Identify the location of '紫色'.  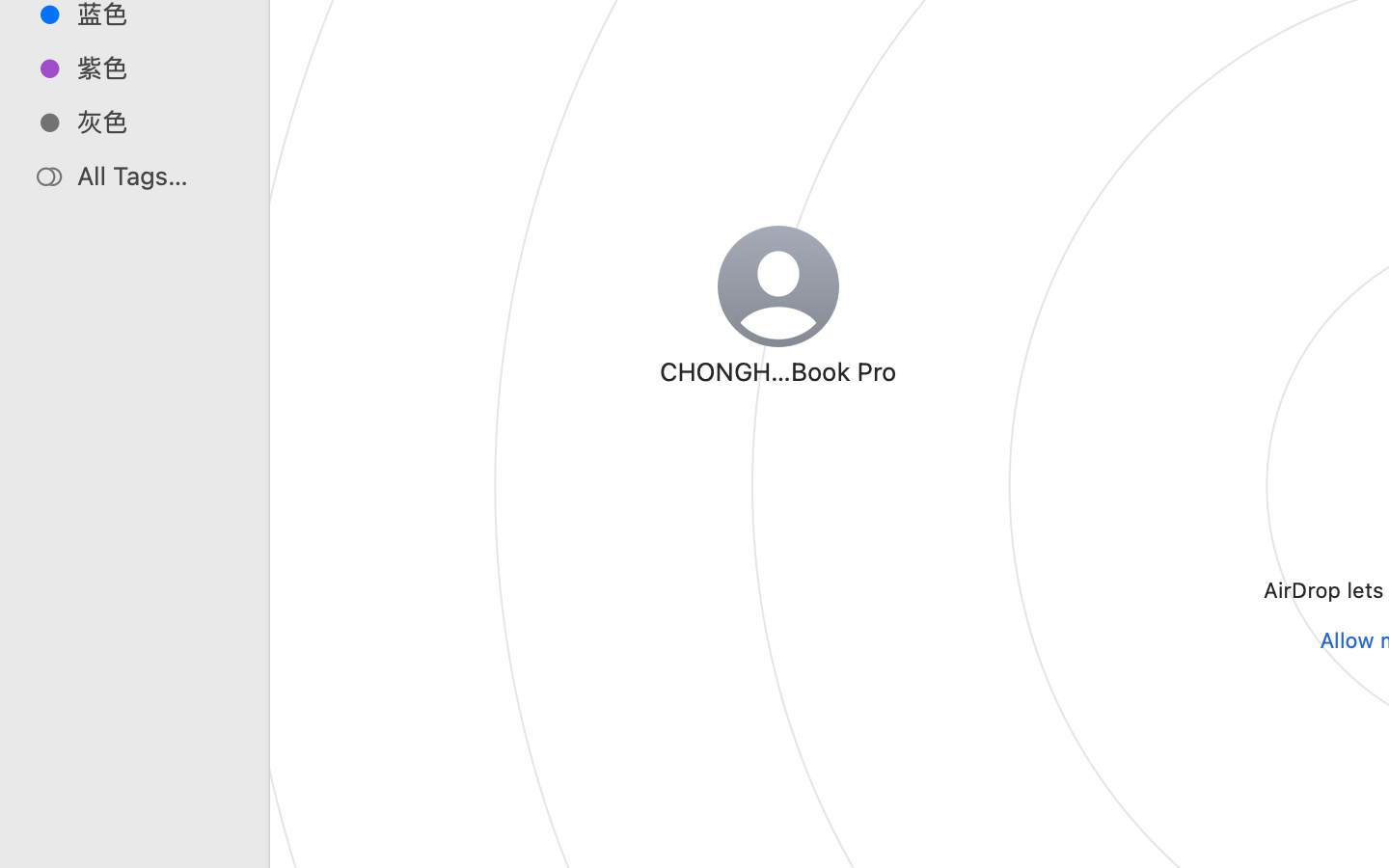
(153, 67).